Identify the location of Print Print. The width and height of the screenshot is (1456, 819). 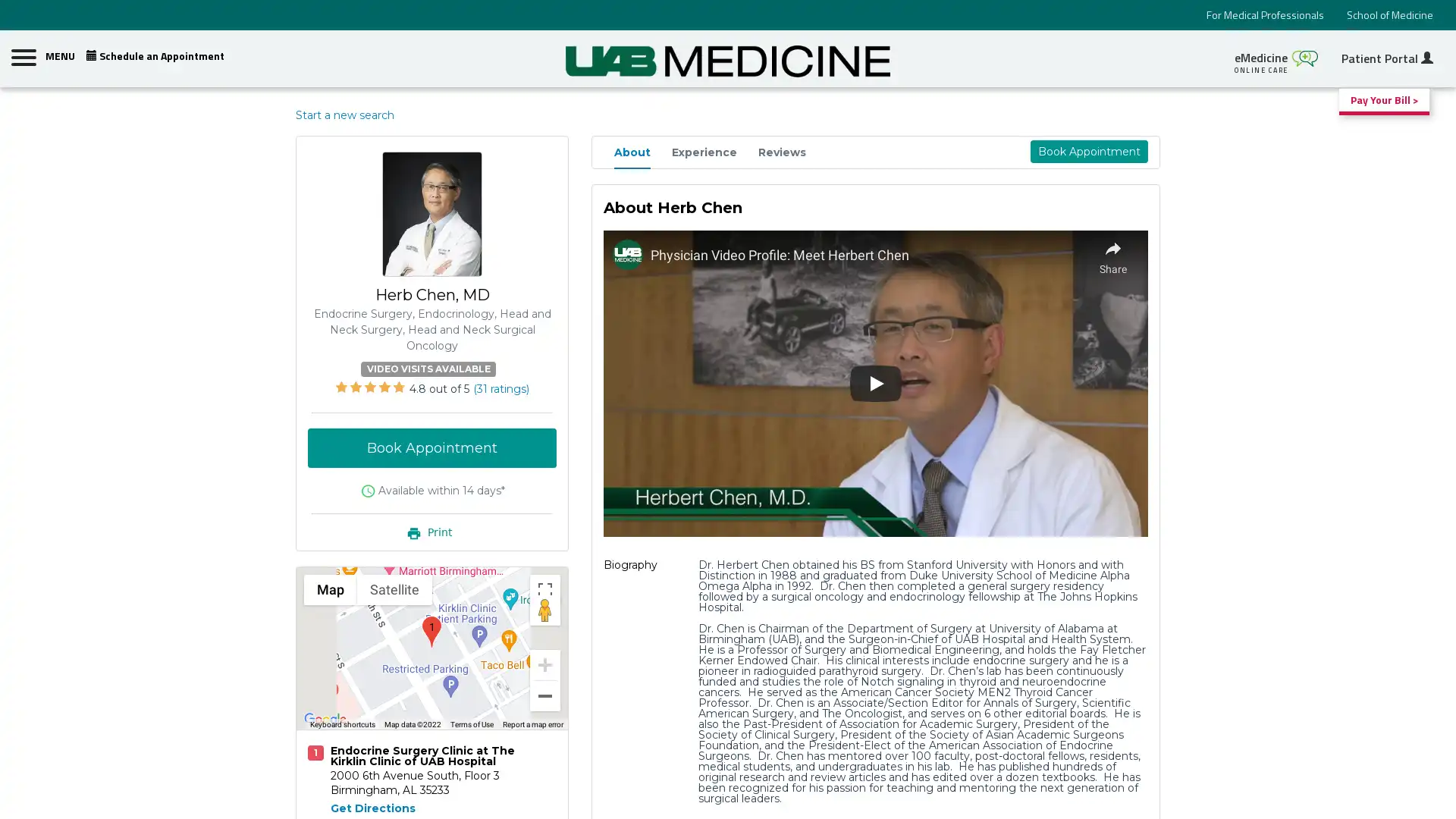
(431, 531).